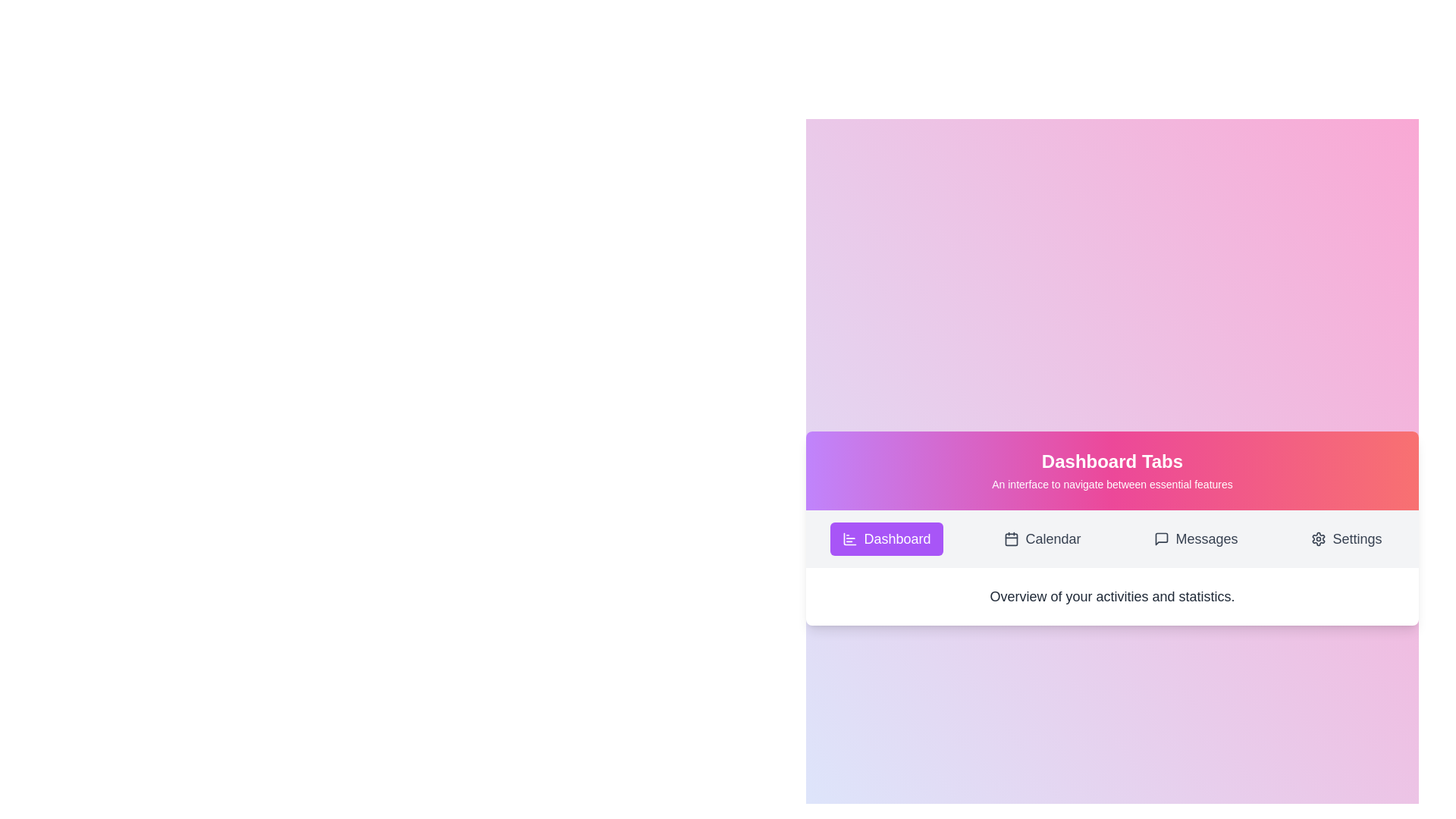  Describe the element at coordinates (1112, 538) in the screenshot. I see `the Navigation bar` at that location.